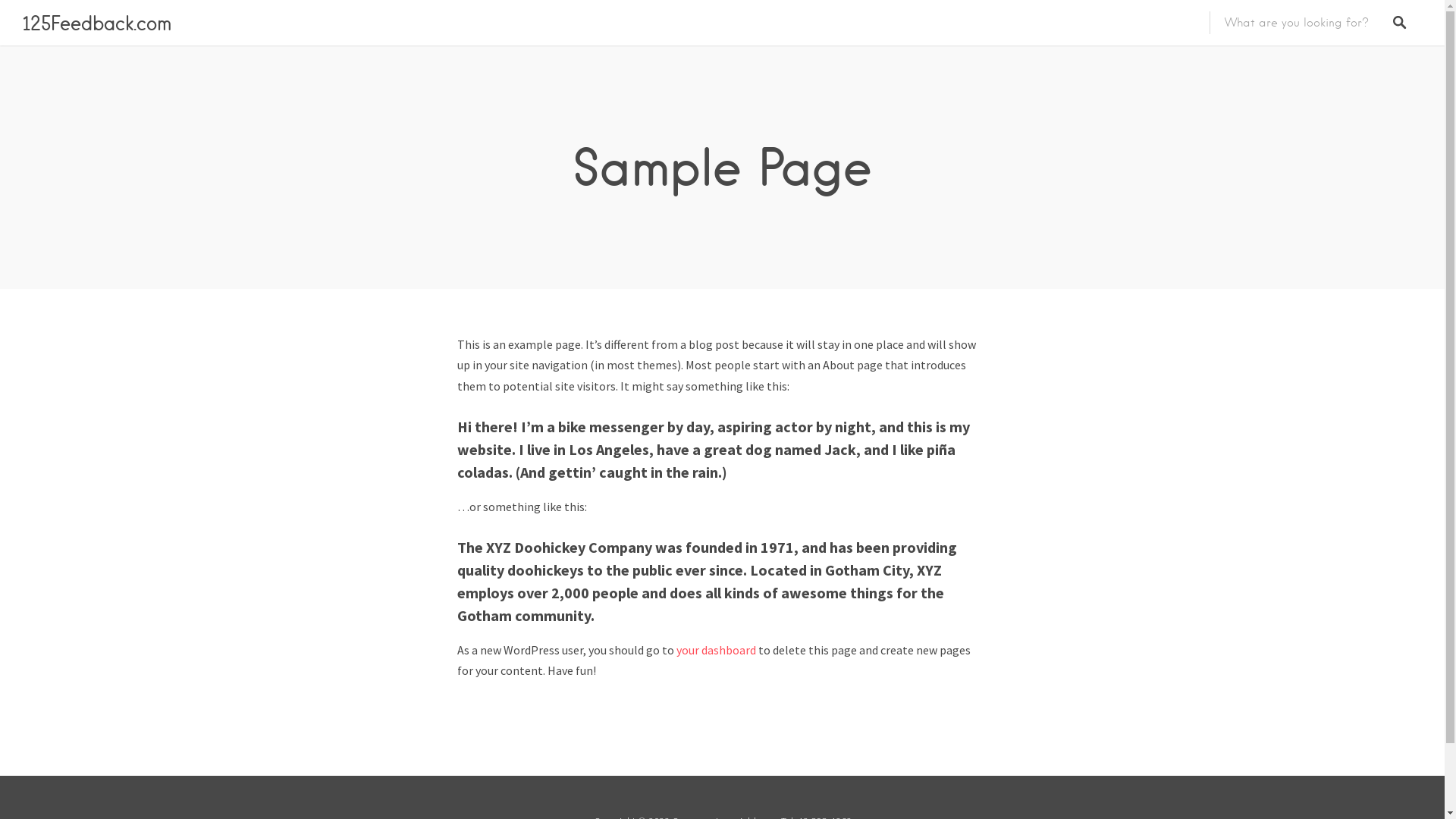 This screenshot has width=1456, height=819. I want to click on '125Feedback.com', so click(96, 23).